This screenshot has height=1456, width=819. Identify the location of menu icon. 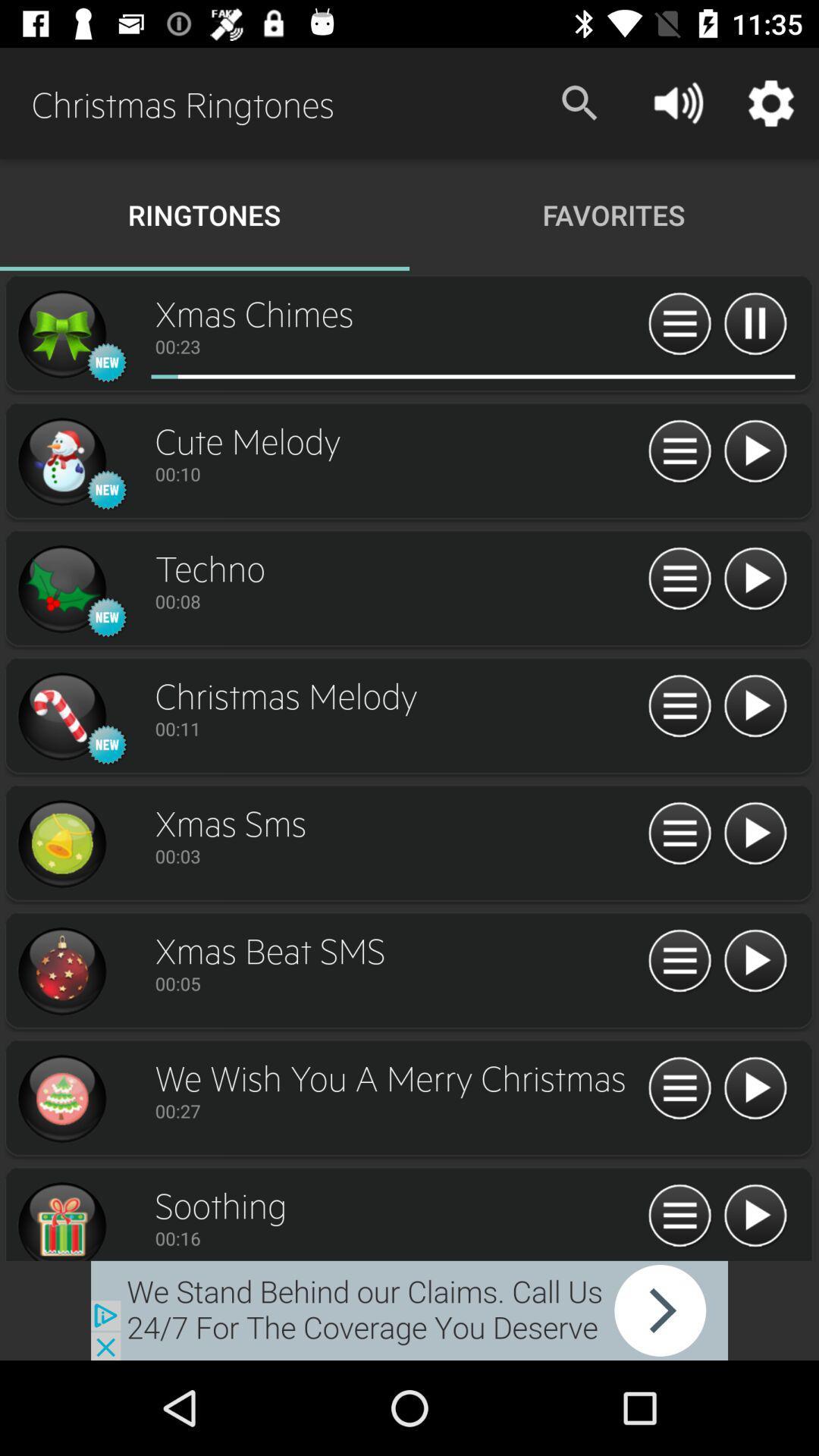
(679, 706).